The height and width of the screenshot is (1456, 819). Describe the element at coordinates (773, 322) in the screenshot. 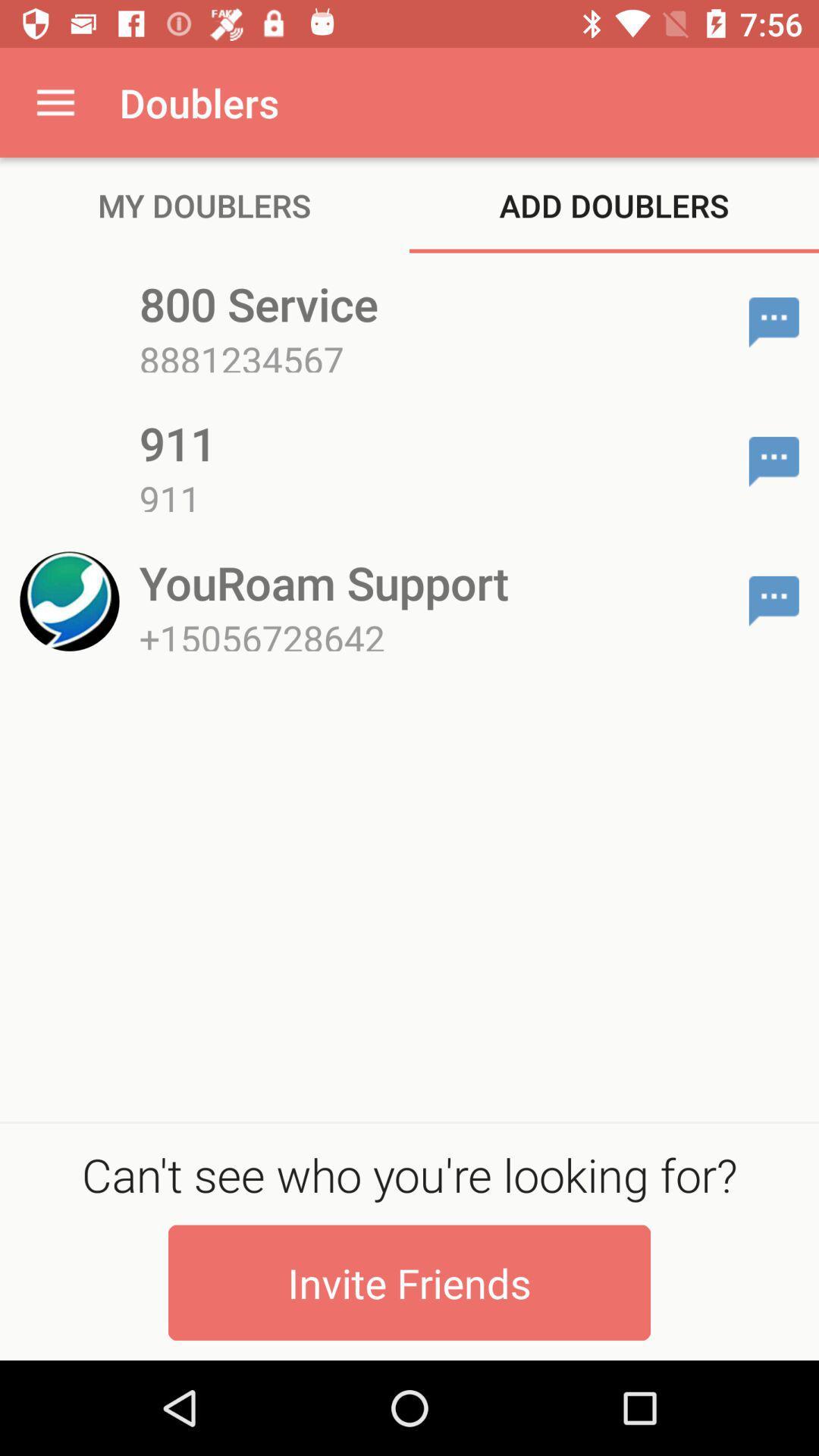

I see `send text message to 800 service` at that location.